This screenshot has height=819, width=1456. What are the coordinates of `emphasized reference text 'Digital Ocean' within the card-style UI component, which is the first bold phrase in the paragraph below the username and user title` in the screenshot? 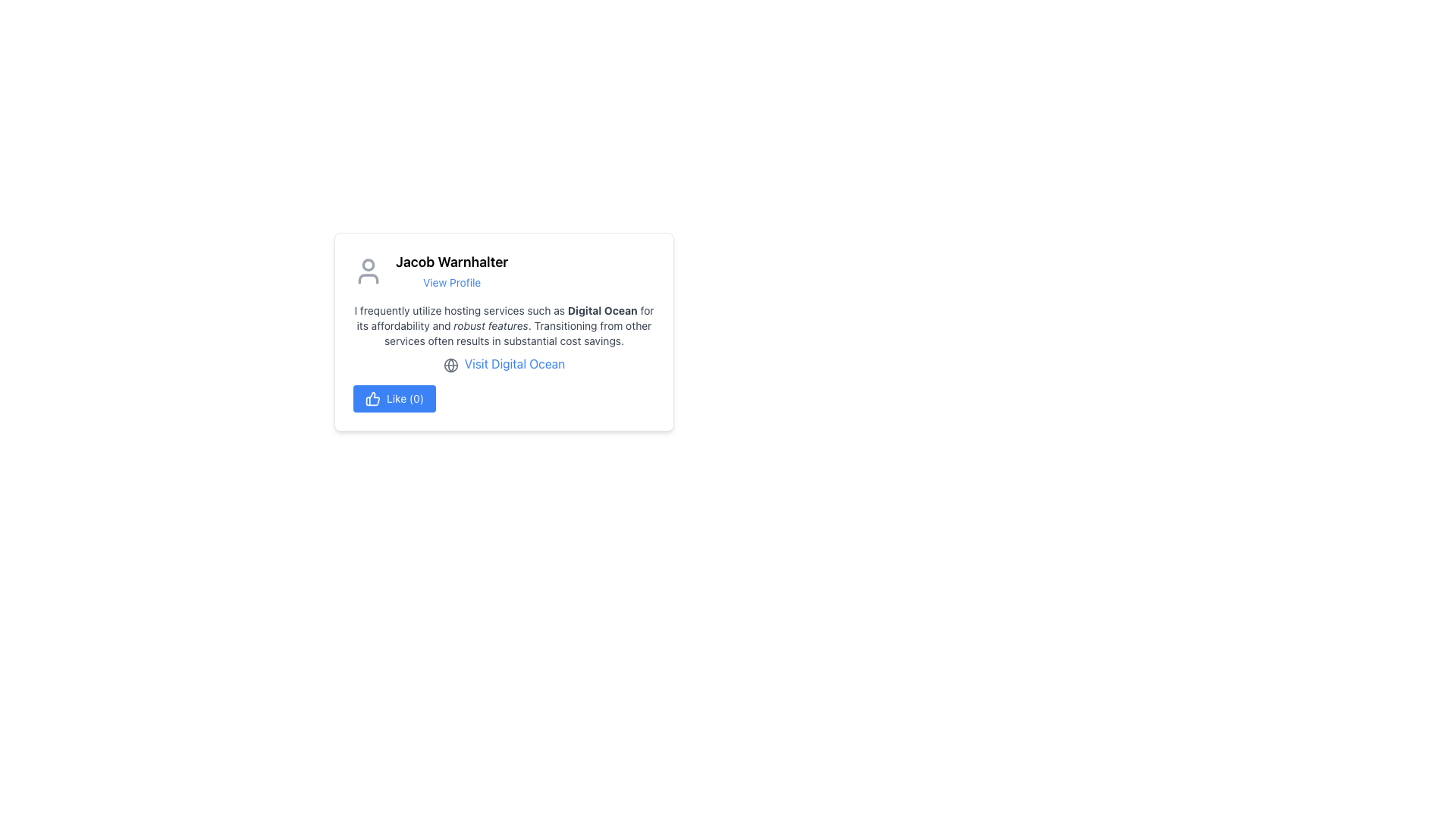 It's located at (601, 309).